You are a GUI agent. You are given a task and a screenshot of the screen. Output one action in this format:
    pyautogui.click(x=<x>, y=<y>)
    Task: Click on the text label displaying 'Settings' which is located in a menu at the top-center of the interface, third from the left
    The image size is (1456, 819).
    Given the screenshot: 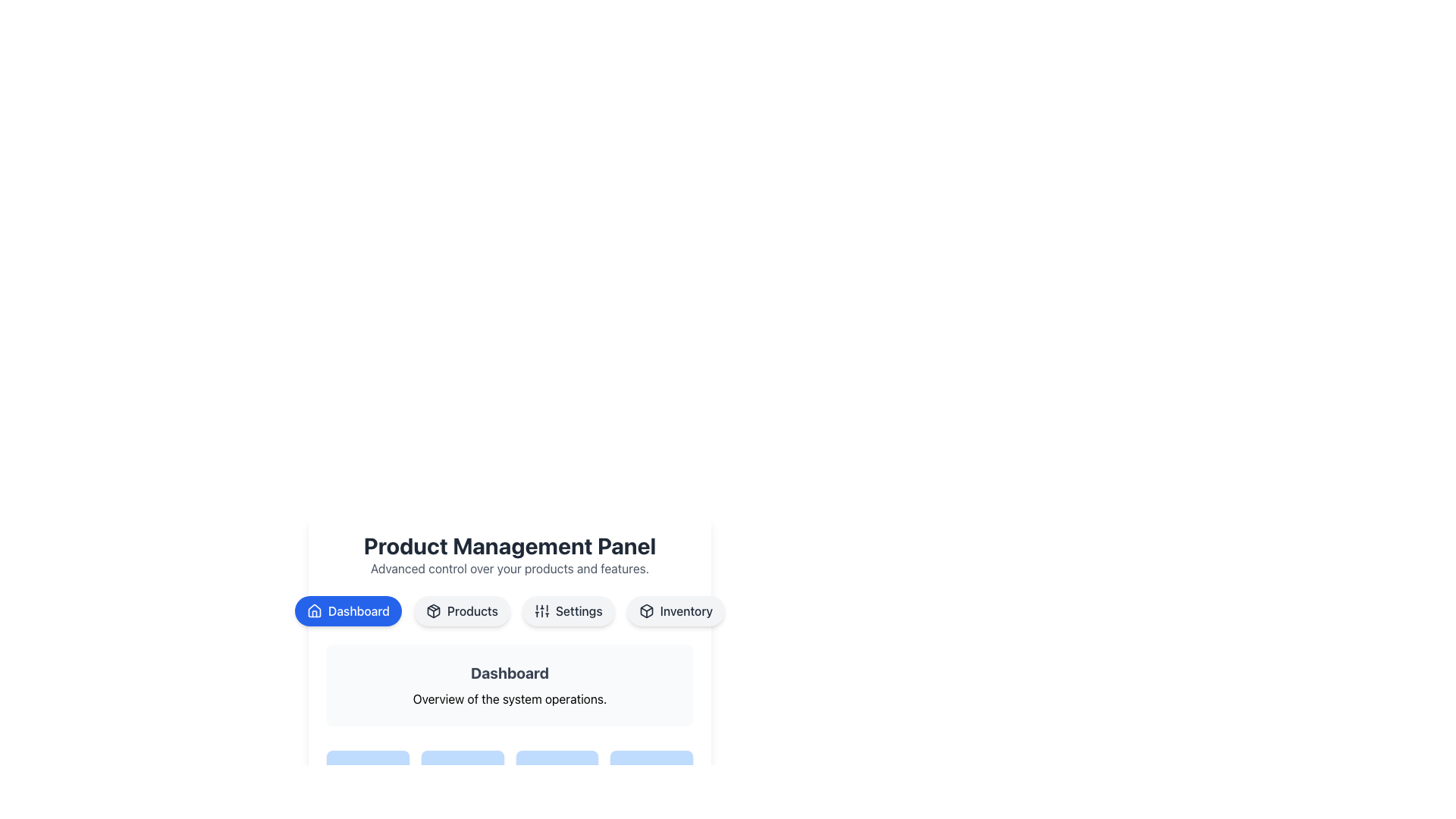 What is the action you would take?
    pyautogui.click(x=578, y=610)
    